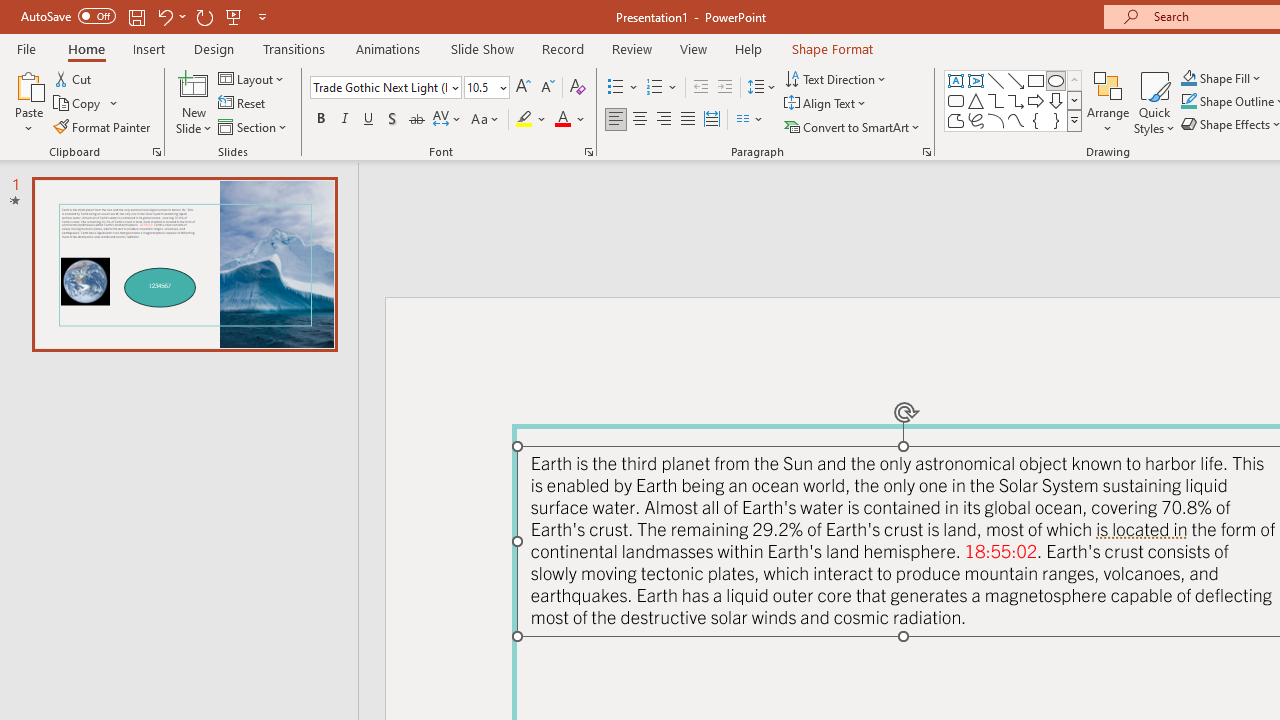 The width and height of the screenshot is (1280, 720). What do you see at coordinates (561, 119) in the screenshot?
I see `'Font Color Red'` at bounding box center [561, 119].